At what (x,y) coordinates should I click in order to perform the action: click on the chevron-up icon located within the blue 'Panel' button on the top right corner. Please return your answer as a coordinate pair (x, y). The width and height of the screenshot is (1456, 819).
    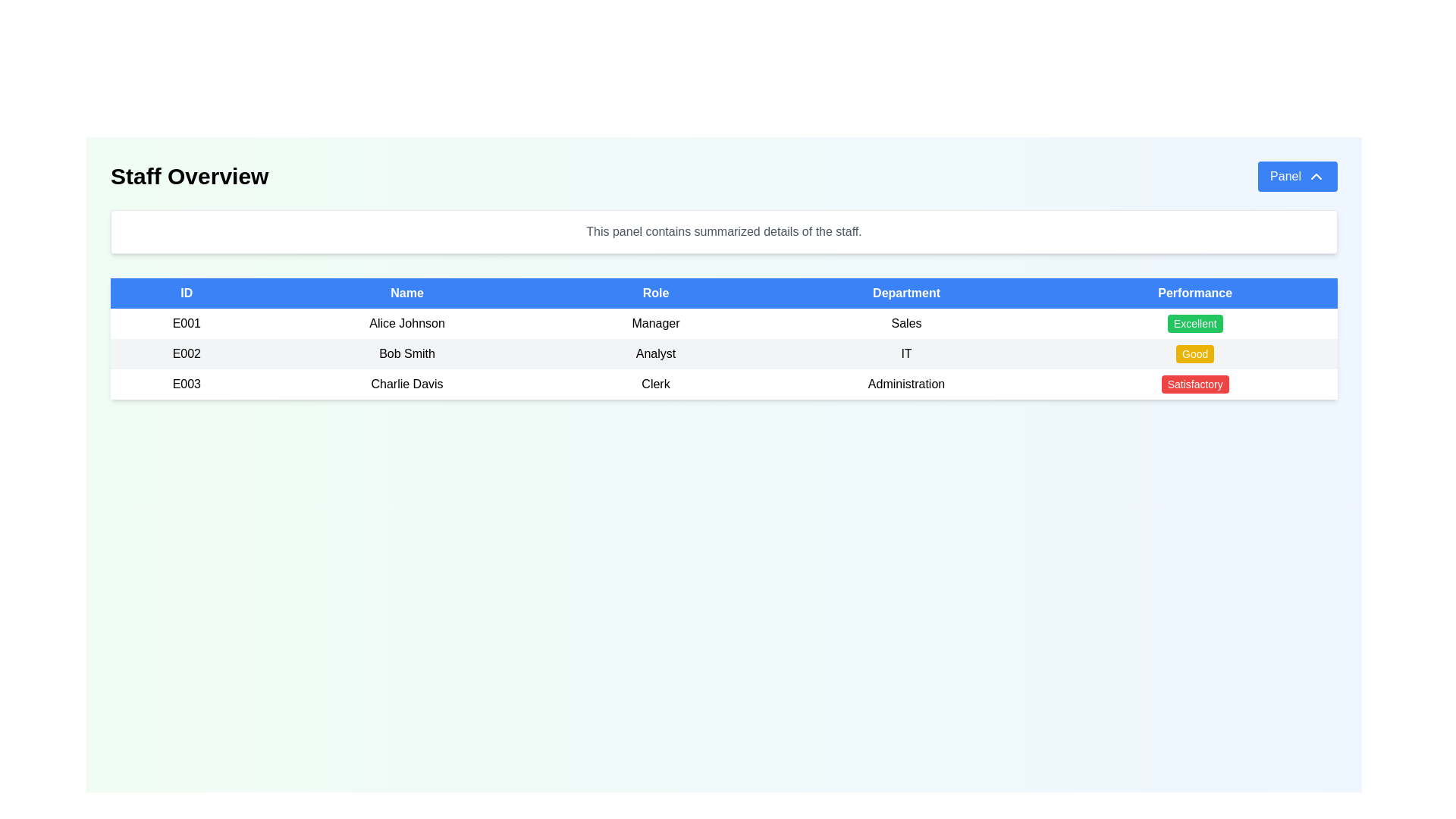
    Looking at the image, I should click on (1316, 175).